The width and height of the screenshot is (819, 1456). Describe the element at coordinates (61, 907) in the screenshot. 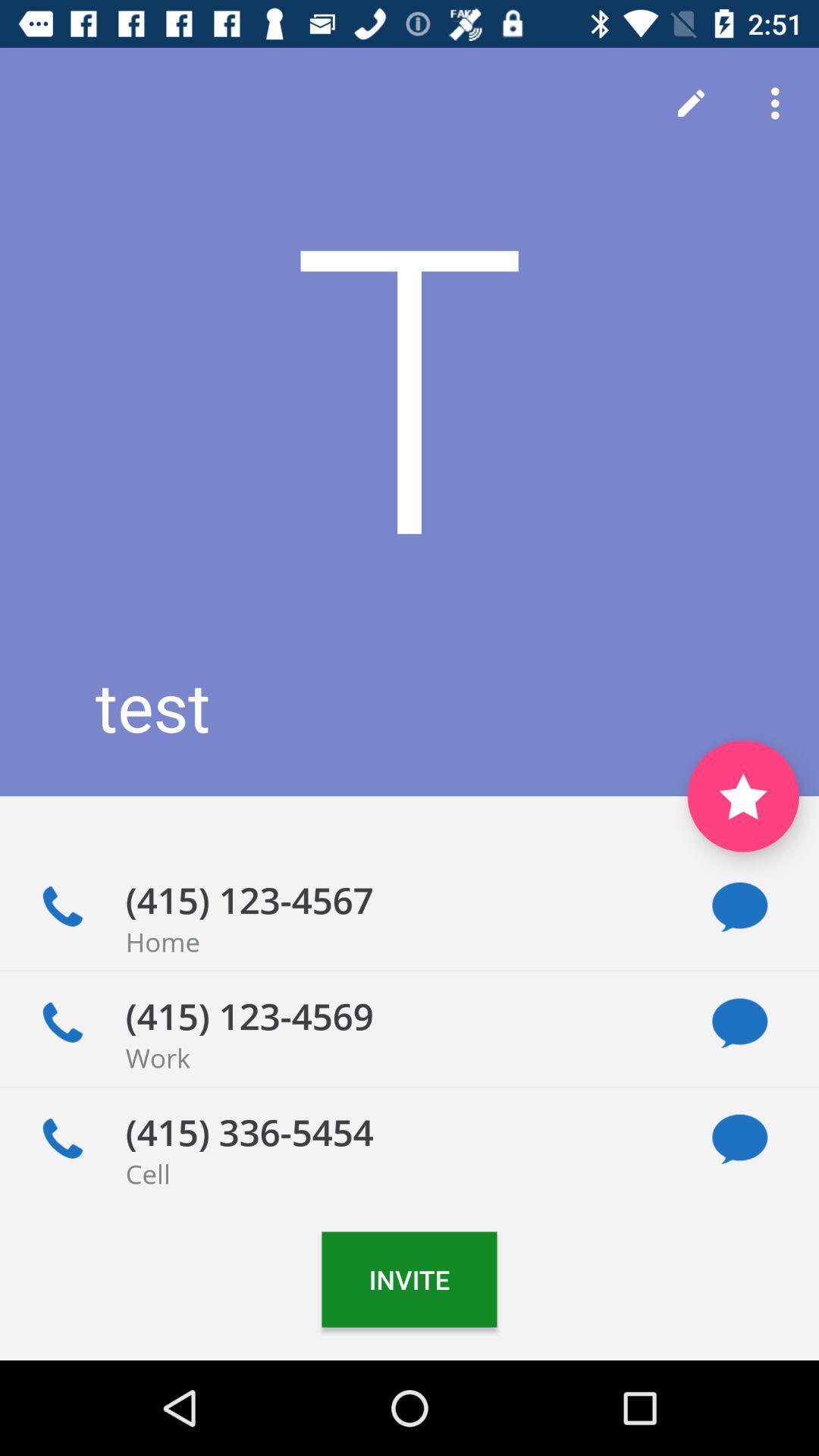

I see `calling` at that location.